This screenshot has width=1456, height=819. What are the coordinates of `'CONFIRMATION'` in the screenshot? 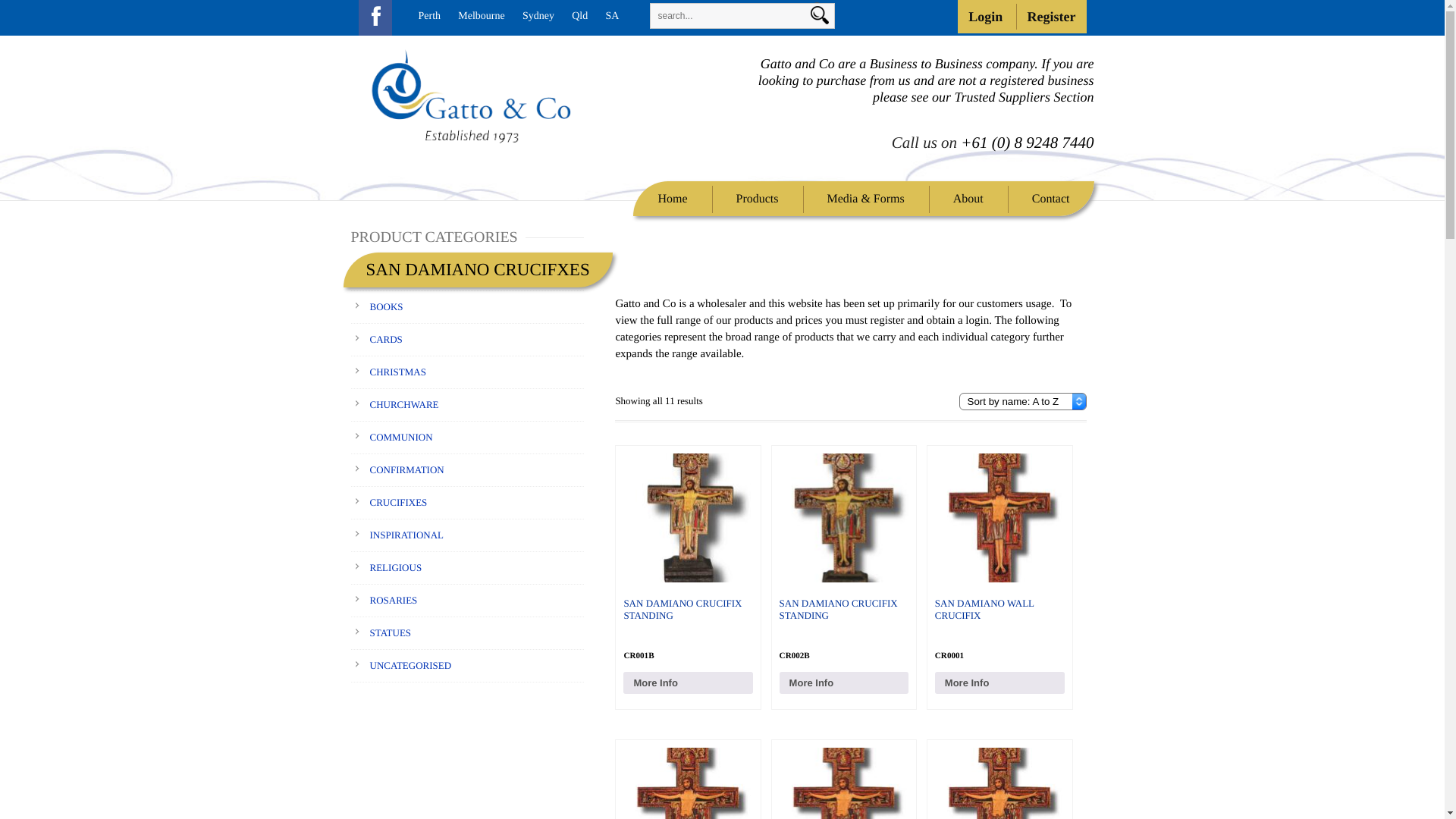 It's located at (407, 469).